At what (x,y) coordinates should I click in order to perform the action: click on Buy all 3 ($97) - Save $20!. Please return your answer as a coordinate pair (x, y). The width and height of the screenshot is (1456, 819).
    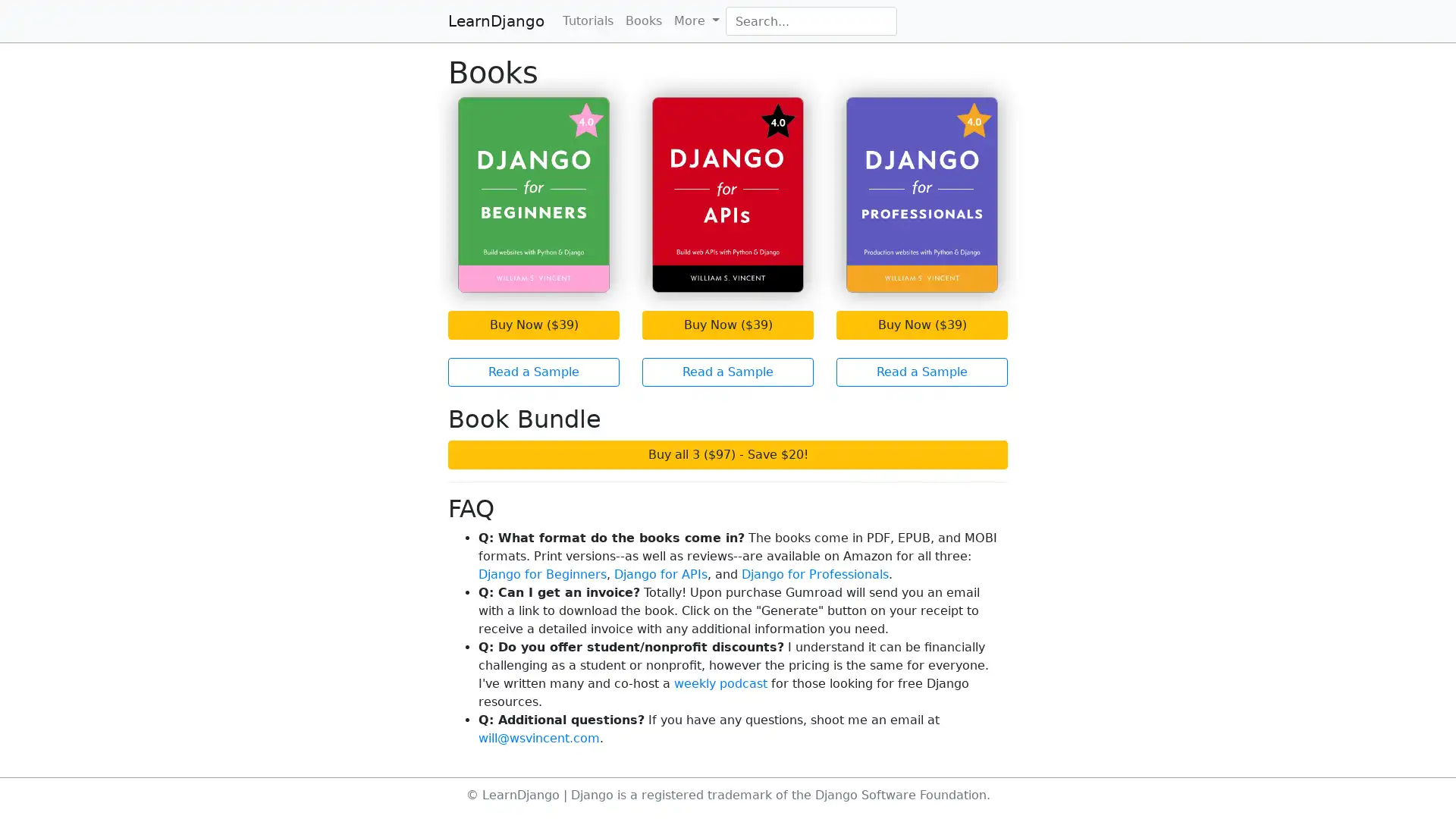
    Looking at the image, I should click on (728, 453).